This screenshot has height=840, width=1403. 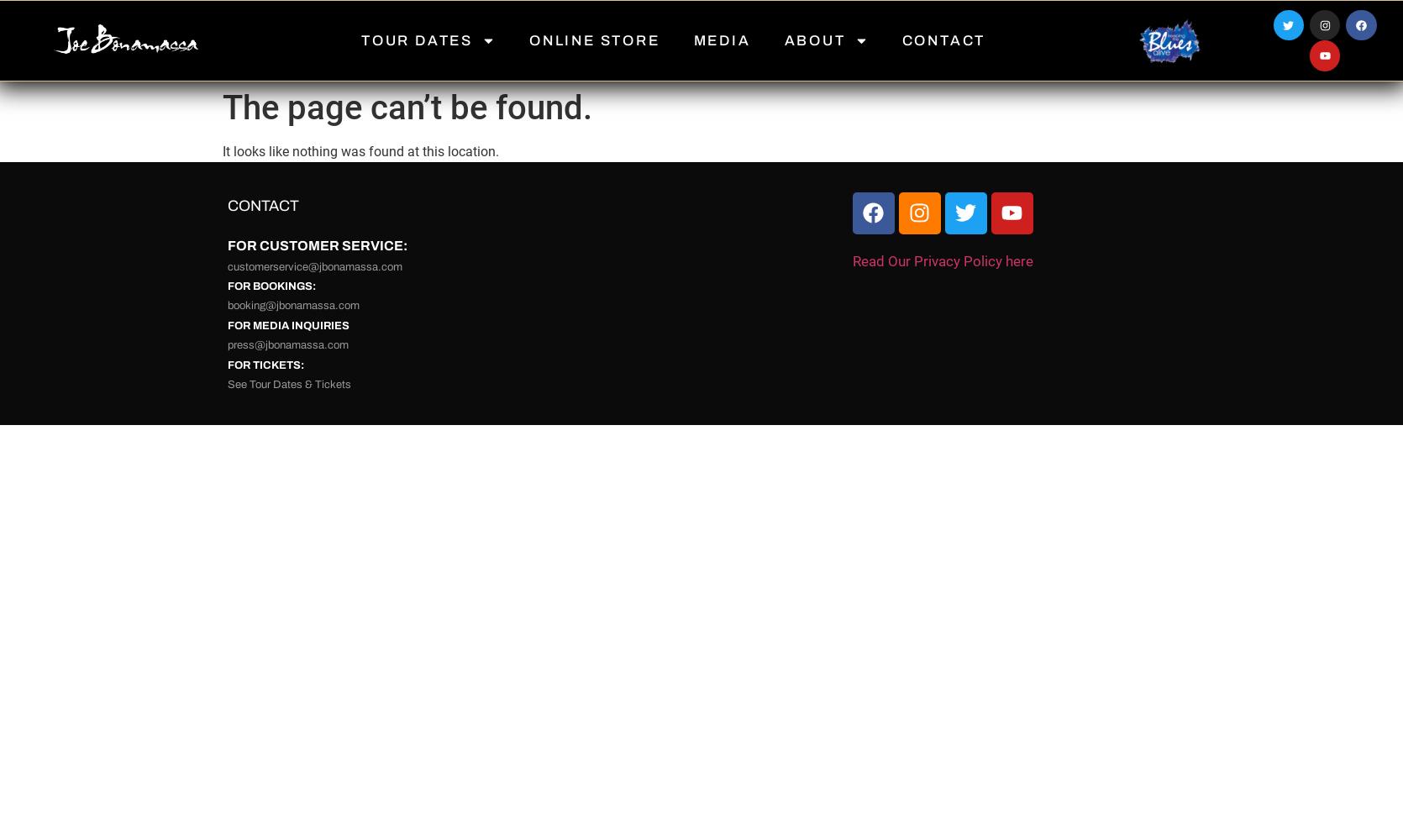 What do you see at coordinates (288, 345) in the screenshot?
I see `'press@jbonamassa.com'` at bounding box center [288, 345].